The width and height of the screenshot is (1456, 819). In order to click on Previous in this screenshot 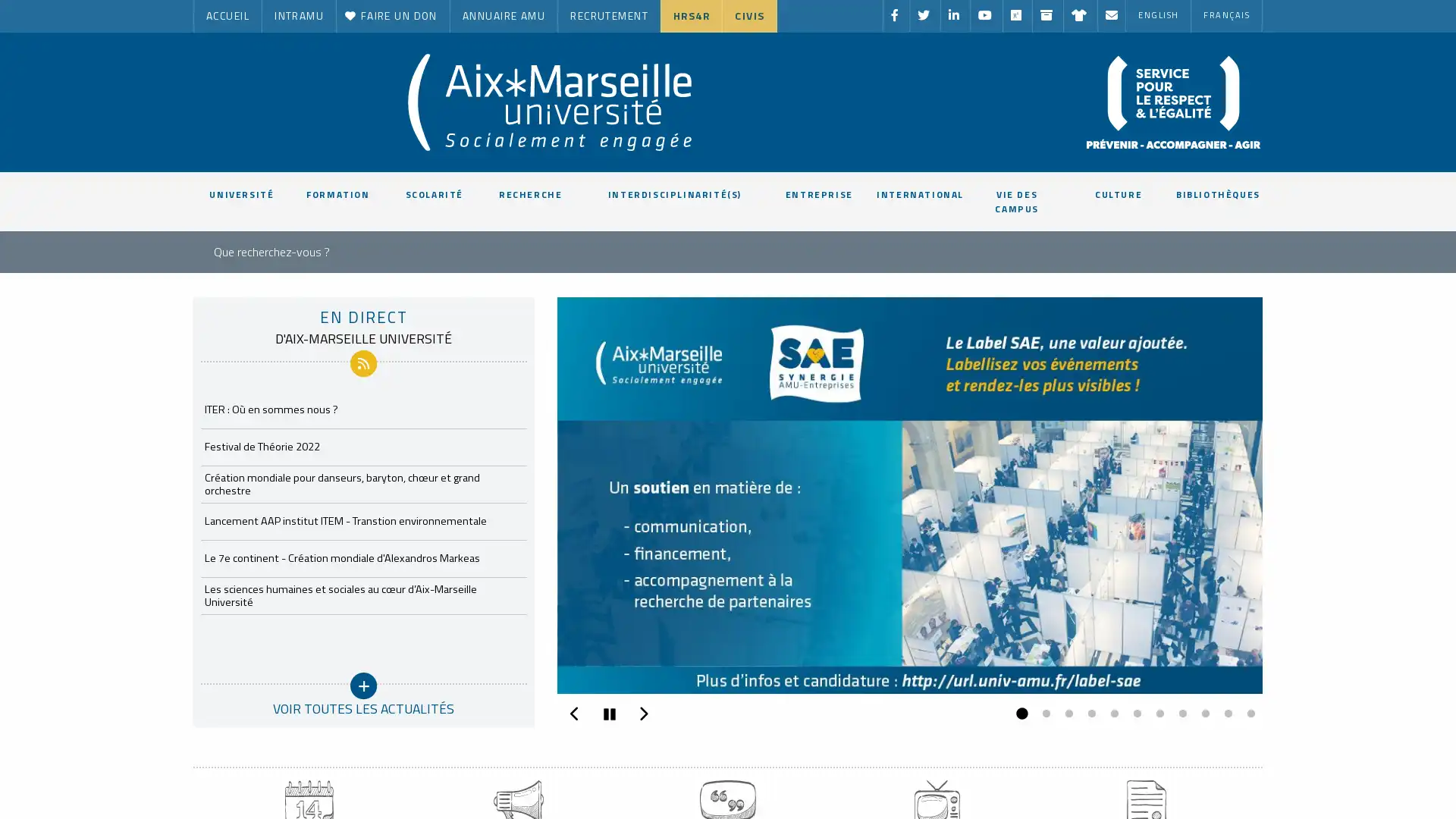, I will do `click(574, 711)`.